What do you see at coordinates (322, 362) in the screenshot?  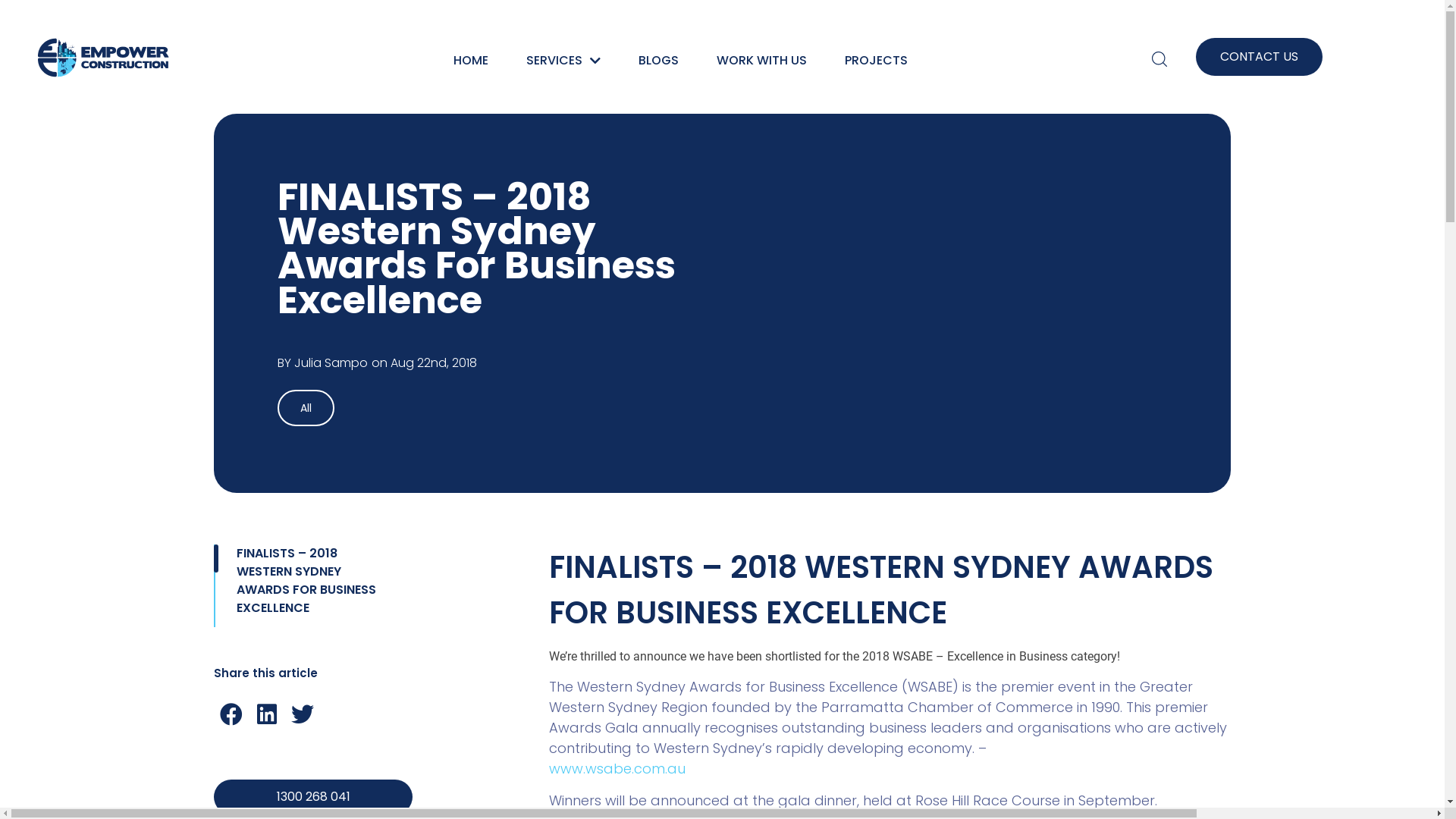 I see `'BY Julia Sampo'` at bounding box center [322, 362].